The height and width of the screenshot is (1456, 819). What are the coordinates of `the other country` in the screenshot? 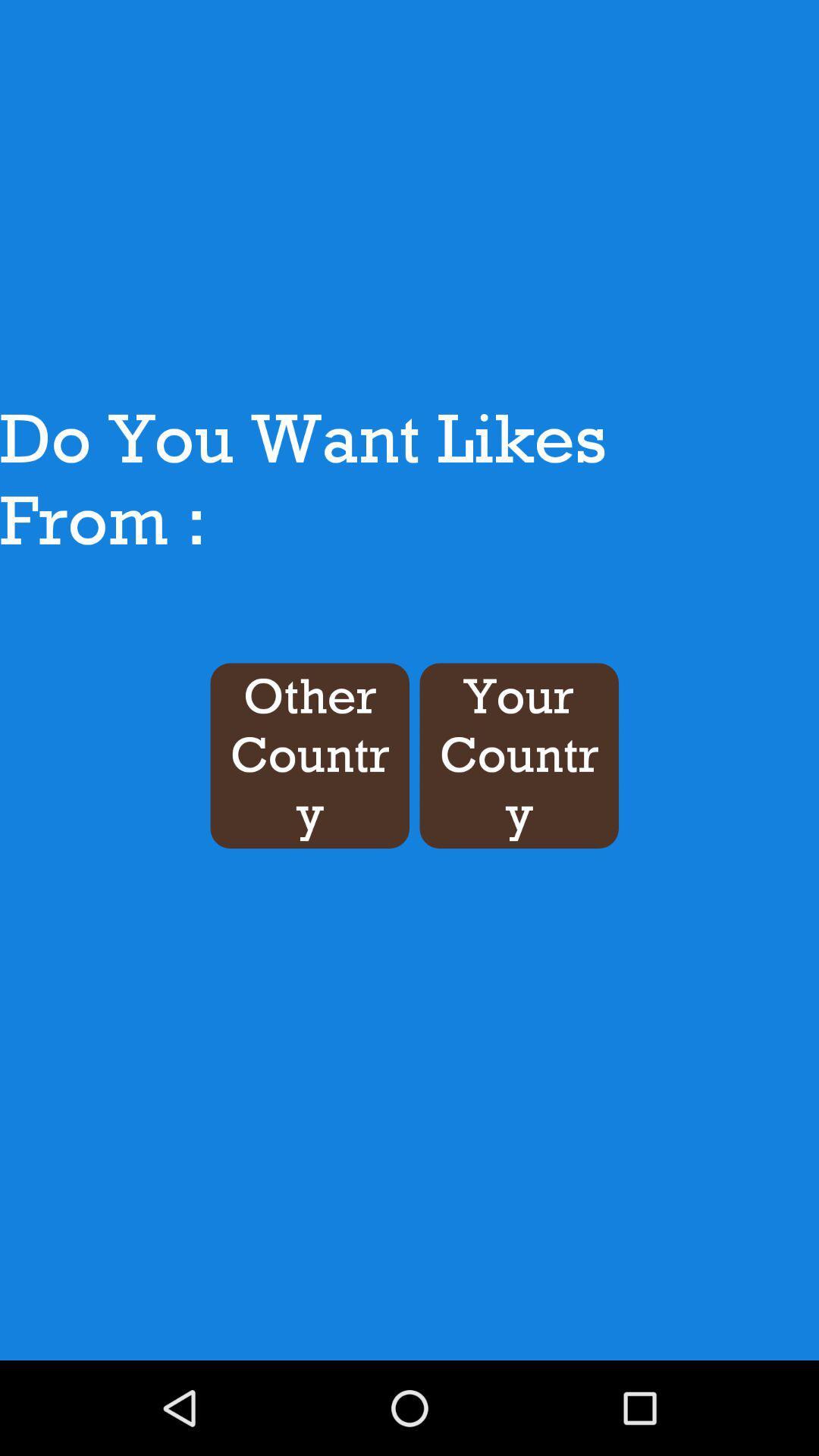 It's located at (309, 755).